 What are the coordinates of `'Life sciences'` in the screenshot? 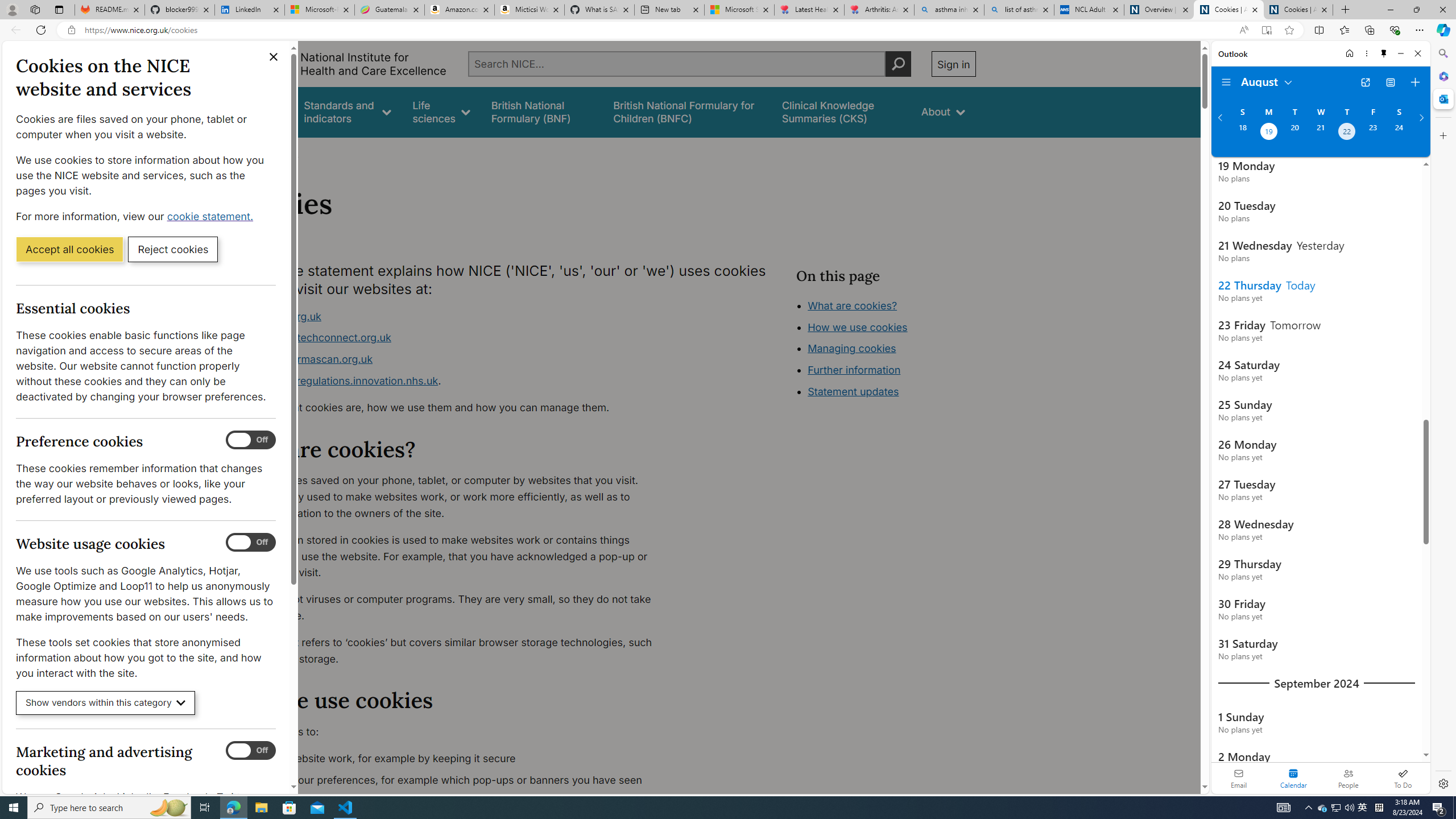 It's located at (440, 111).